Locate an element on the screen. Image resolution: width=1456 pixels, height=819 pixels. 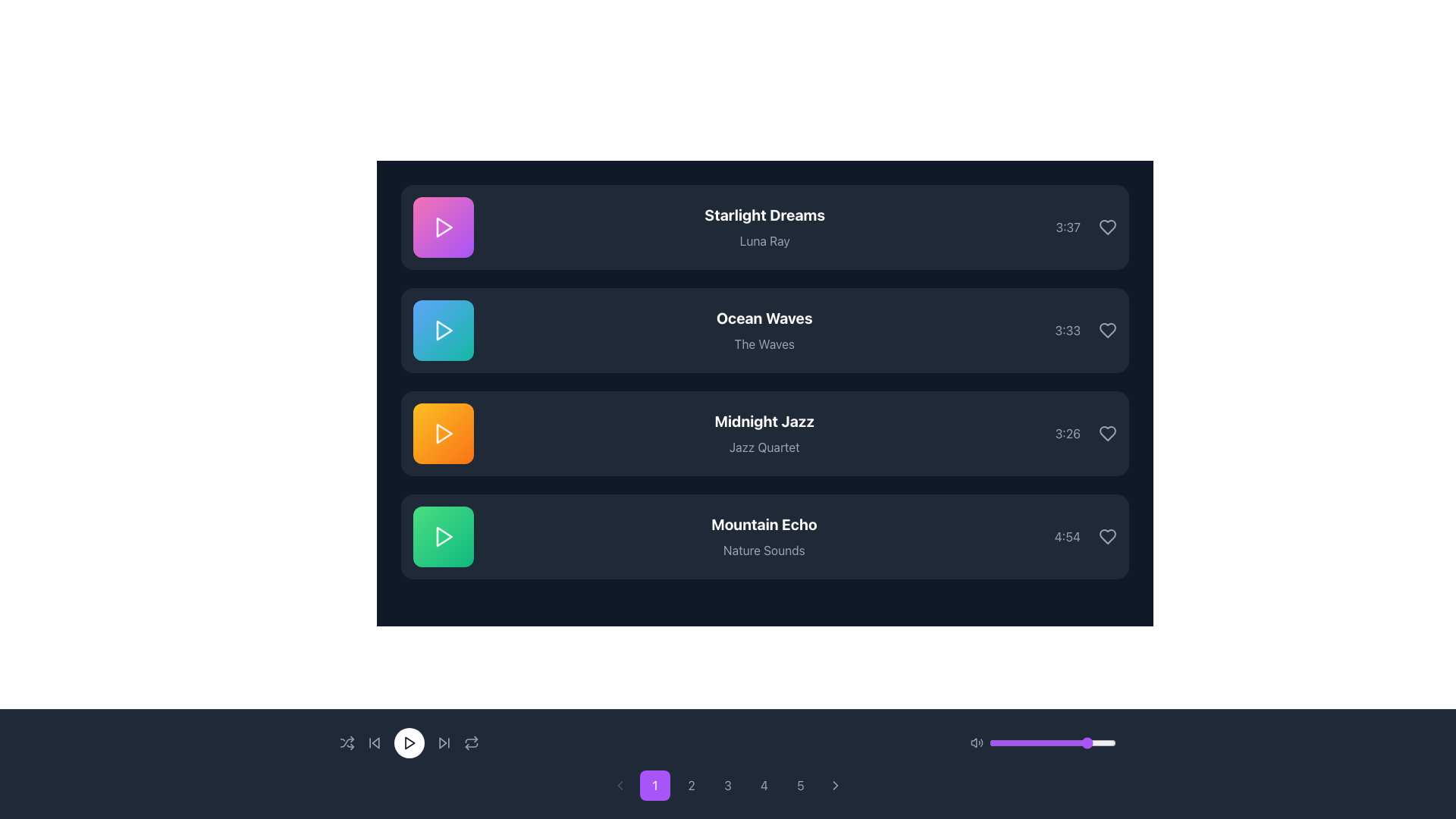
the 'Skip Forward' button located in the bottom control section of the media interface to skip to the next media item is located at coordinates (443, 742).